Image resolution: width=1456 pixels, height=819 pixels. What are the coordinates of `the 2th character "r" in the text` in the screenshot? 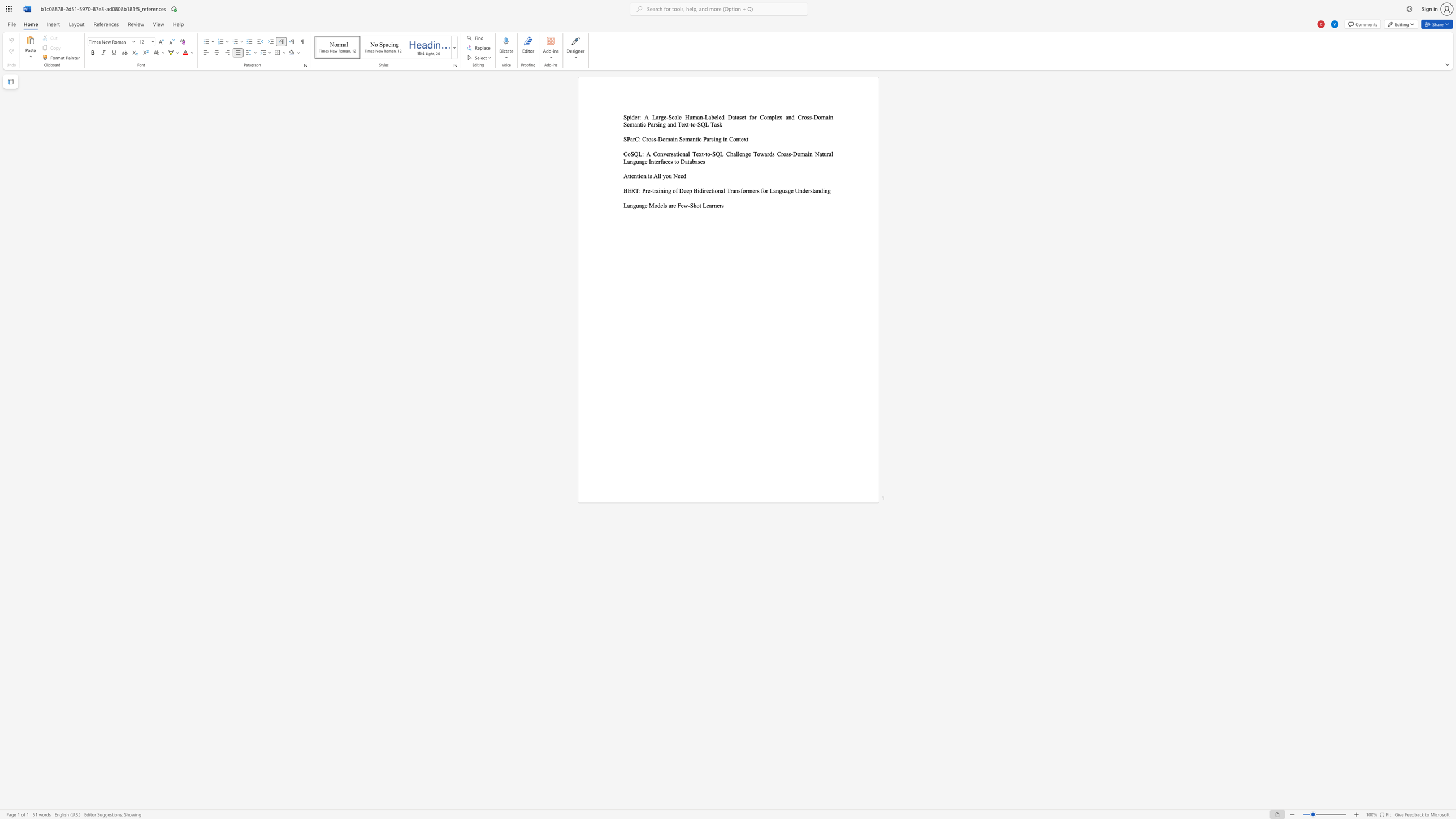 It's located at (712, 205).